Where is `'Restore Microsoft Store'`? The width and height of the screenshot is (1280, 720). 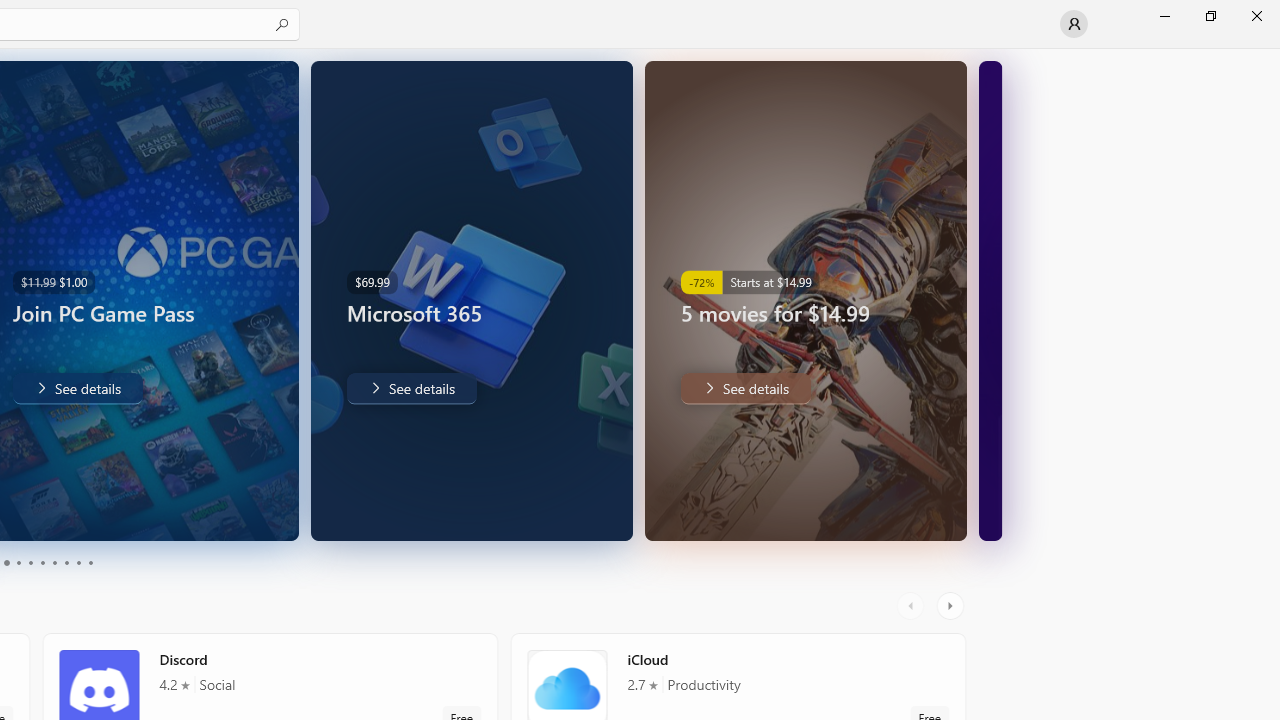 'Restore Microsoft Store' is located at coordinates (1209, 15).